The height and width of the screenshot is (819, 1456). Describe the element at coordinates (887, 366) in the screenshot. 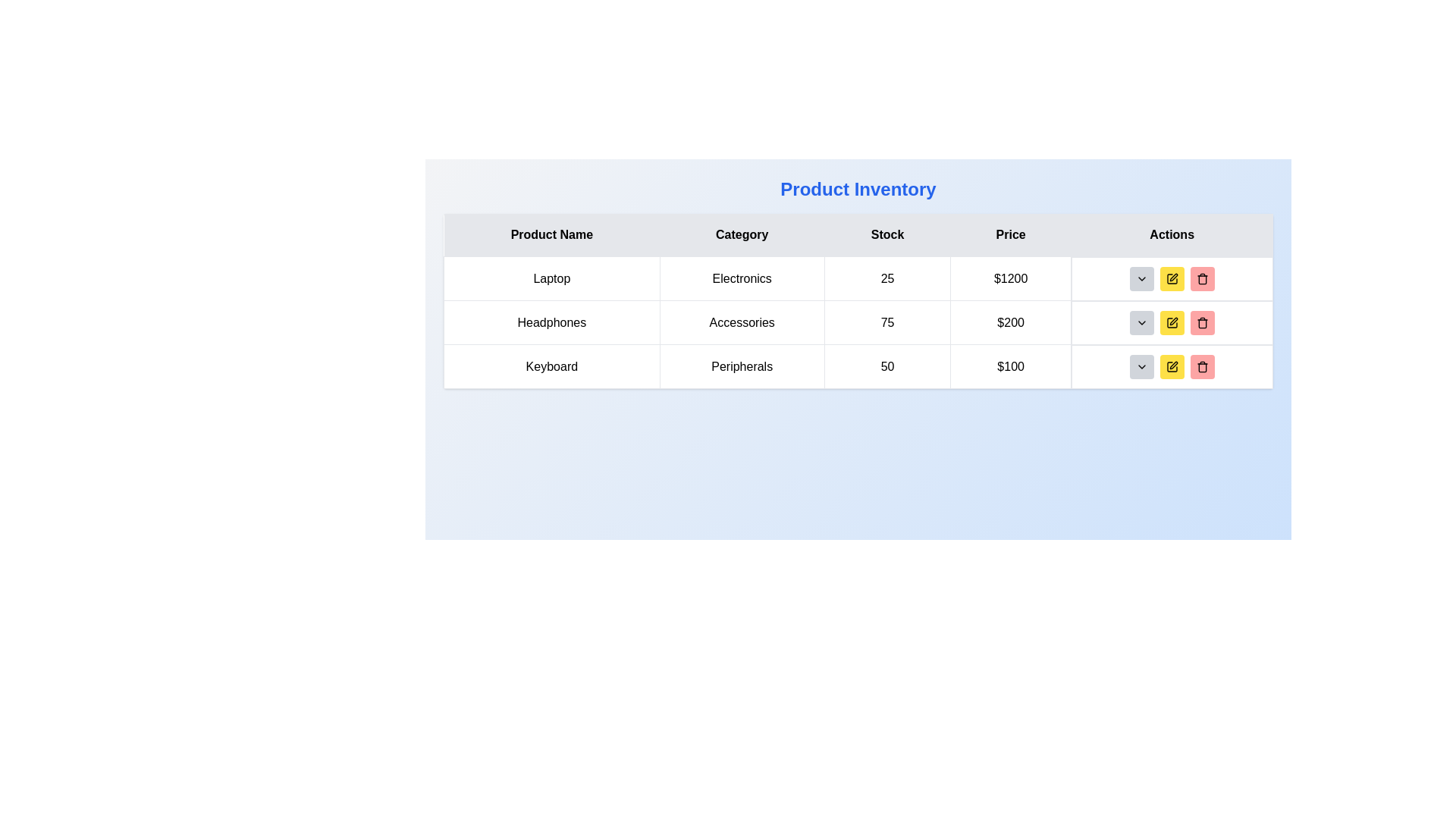

I see `the static text element displaying the number '50' located in the third row and third column of the table layout` at that location.